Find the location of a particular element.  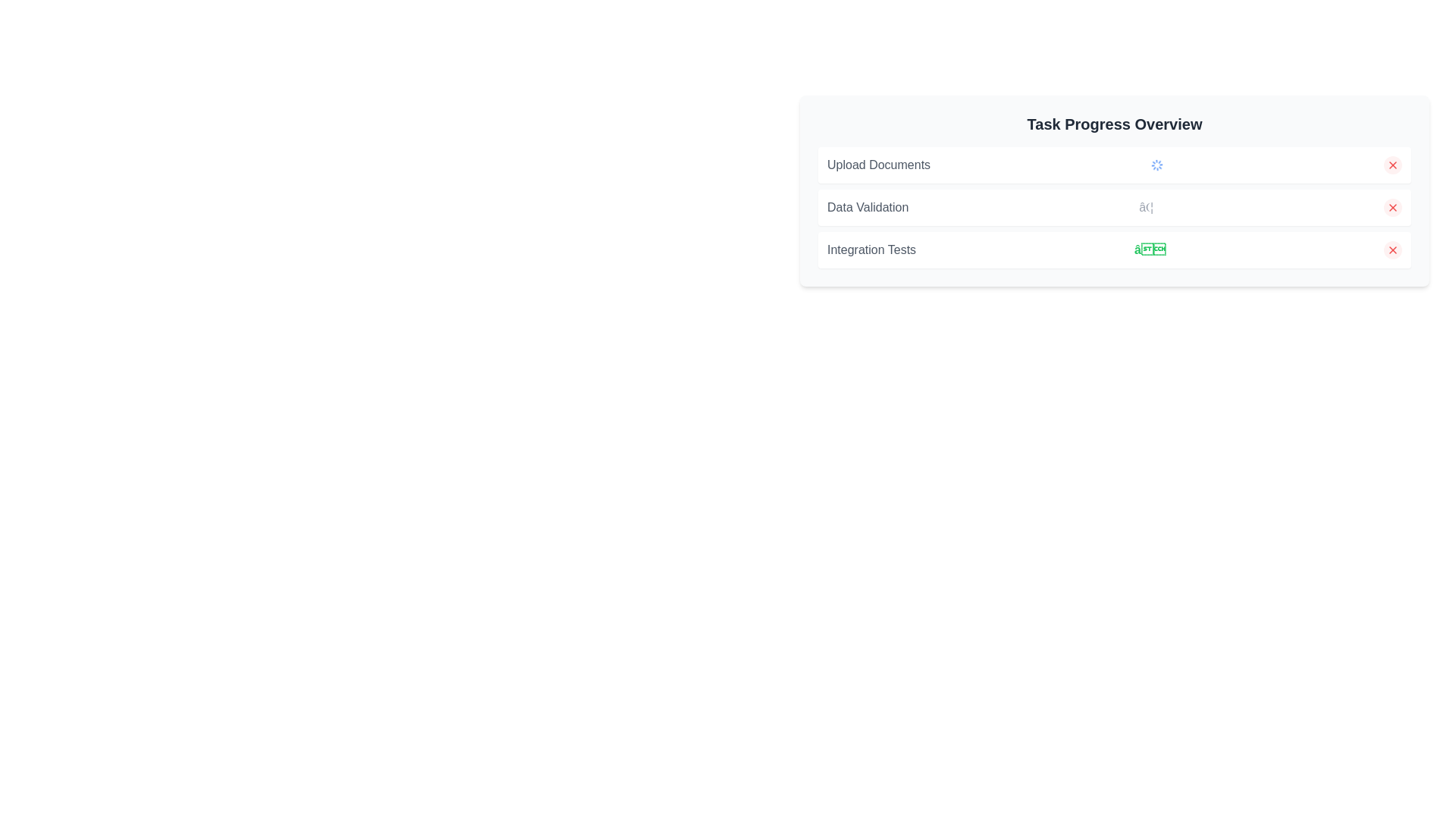

to select the 'Integration Tests' status item in the third row of the 'Task Progress Overview' list is located at coordinates (1114, 249).